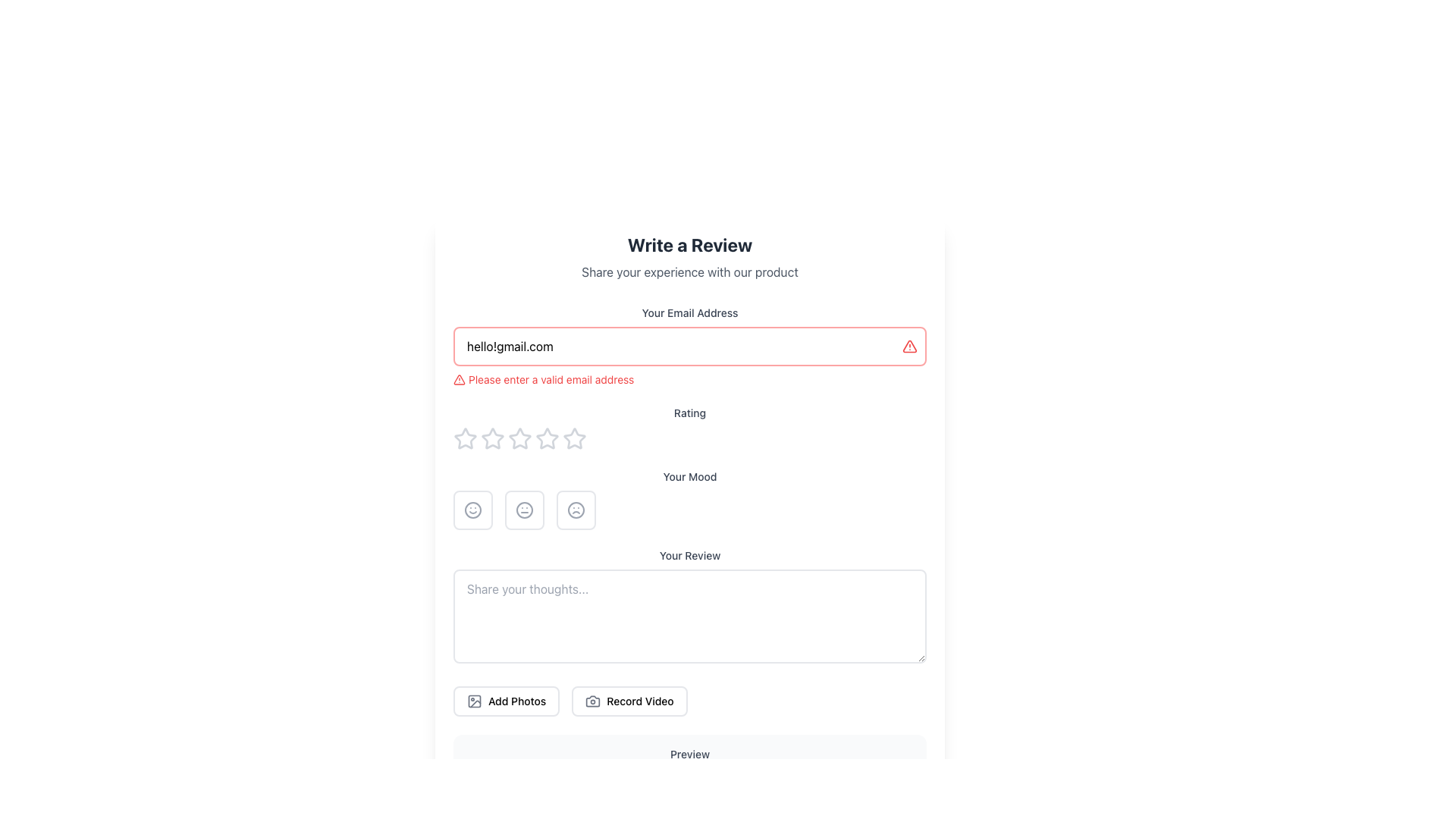  Describe the element at coordinates (524, 510) in the screenshot. I see `the neutral mood selection button, which is the second button in a horizontal row of three mood selection icons located below the 'Rating' section and above the 'Your Review' input area` at that location.